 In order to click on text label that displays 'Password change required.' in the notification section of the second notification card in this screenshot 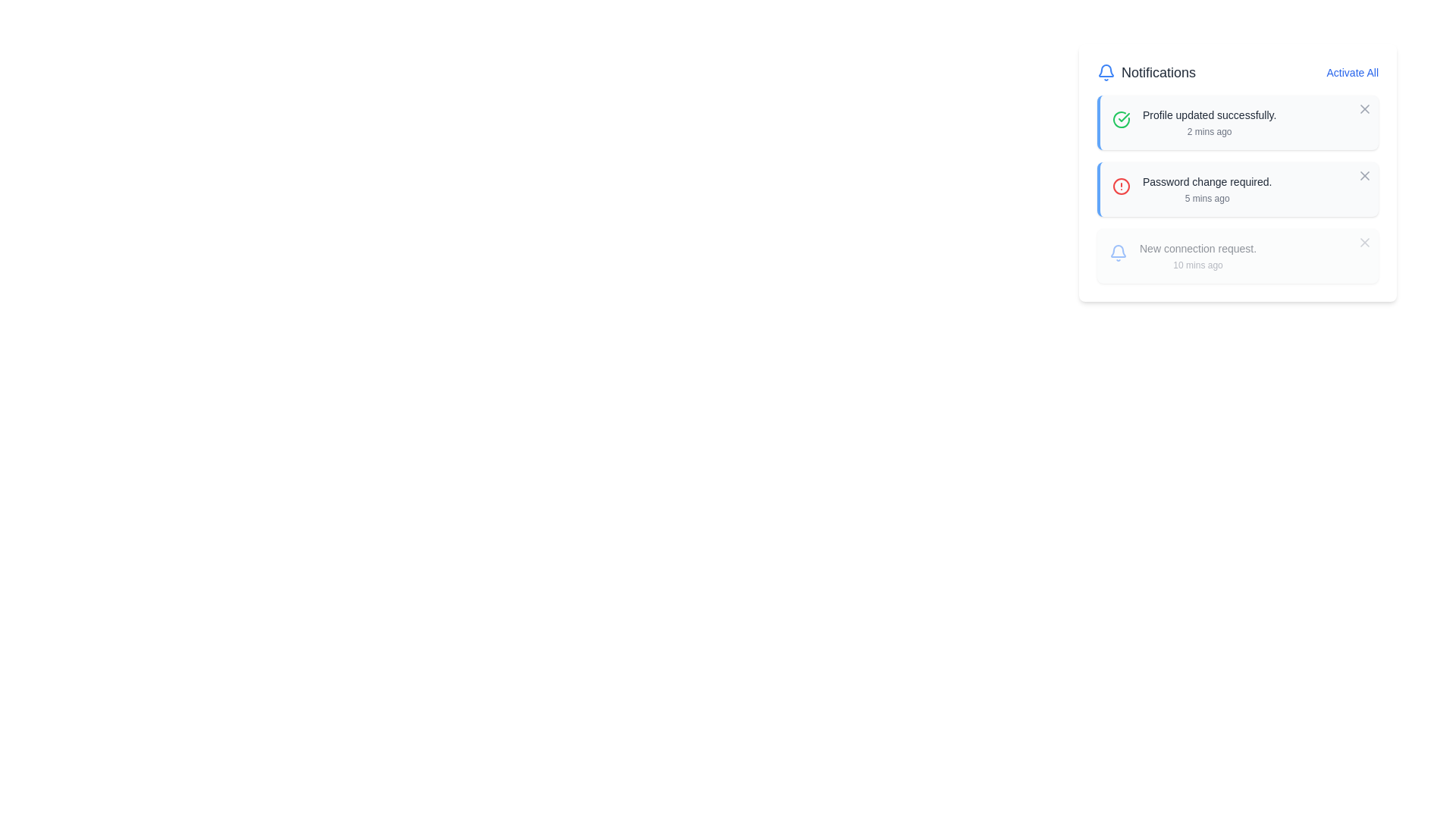, I will do `click(1207, 180)`.